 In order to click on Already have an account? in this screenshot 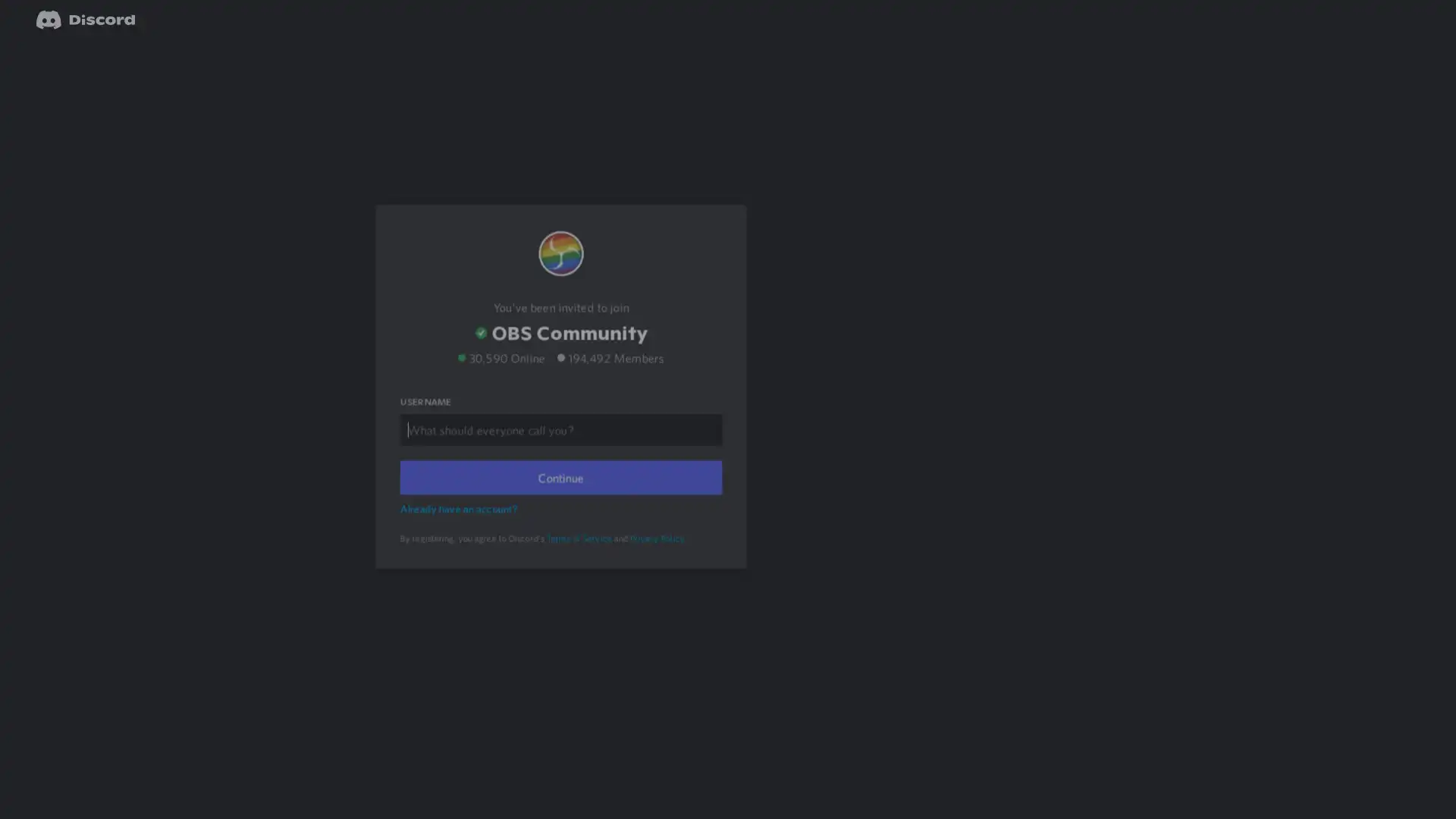, I will do `click(460, 528)`.